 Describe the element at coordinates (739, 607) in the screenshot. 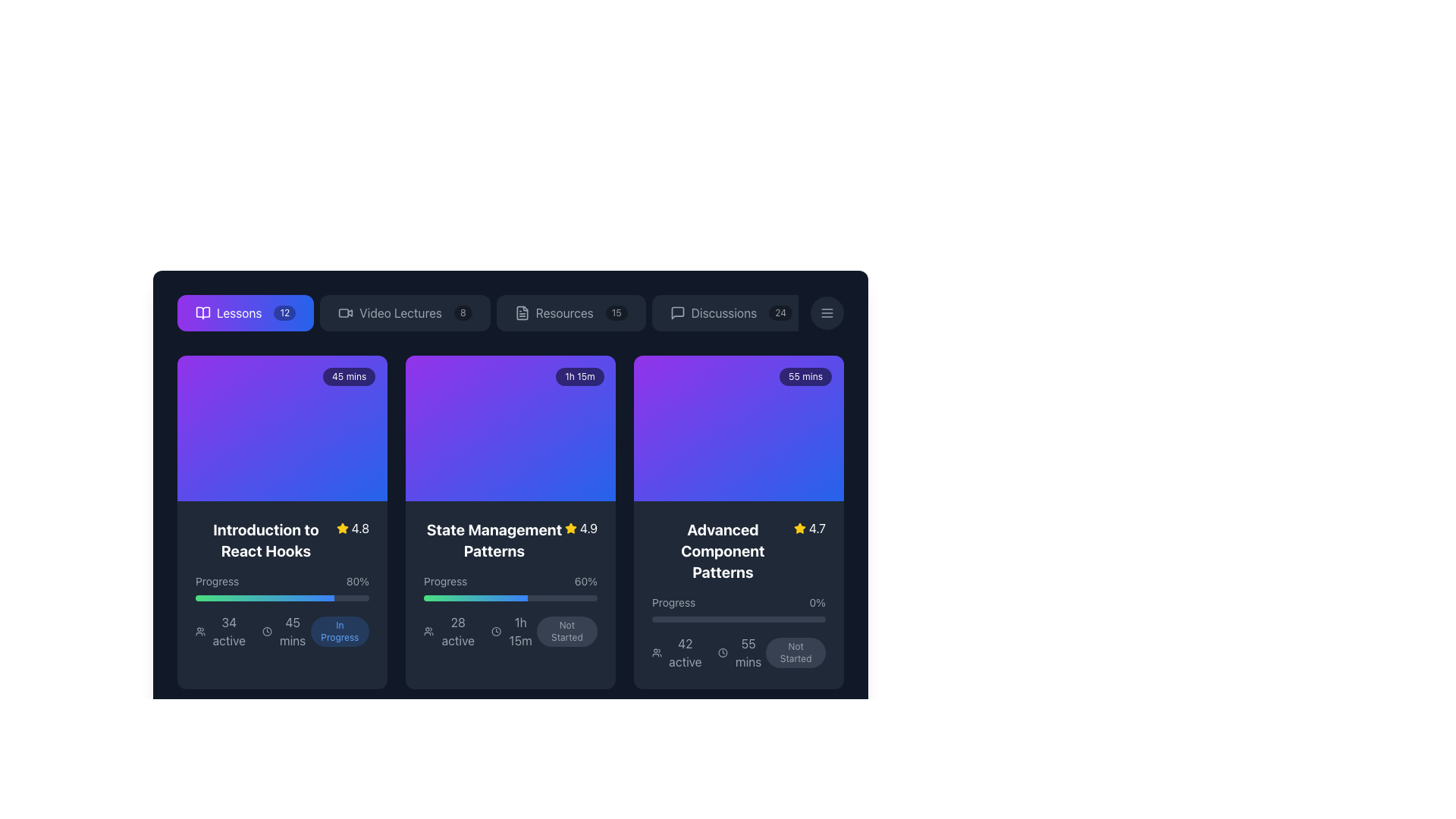

I see `the Progress Indicator element which displays 'Progress' on the left and '0%' on the right, with a horizontal progress bar below it, located in the third column of the layout` at that location.